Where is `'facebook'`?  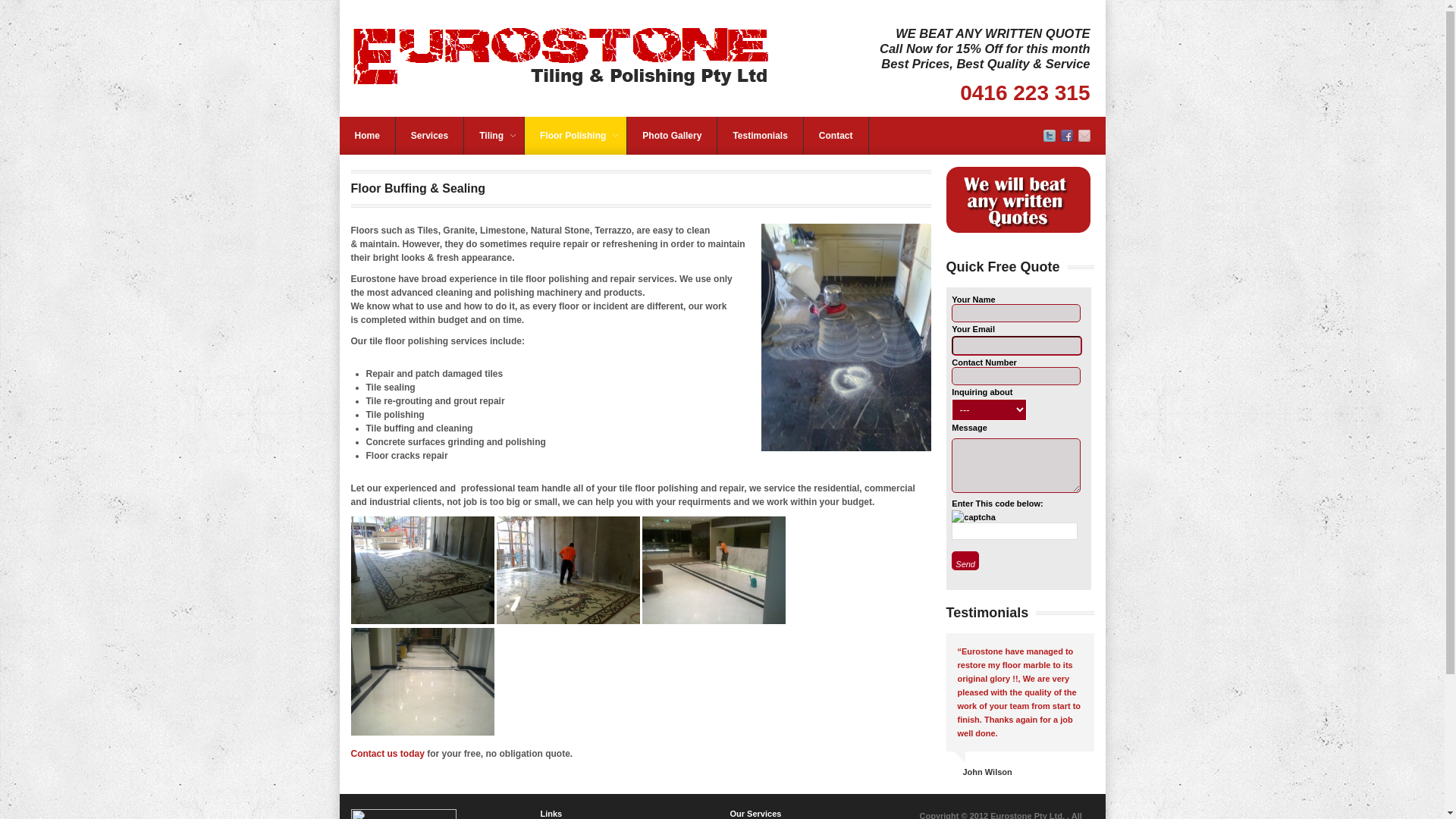 'facebook' is located at coordinates (1065, 138).